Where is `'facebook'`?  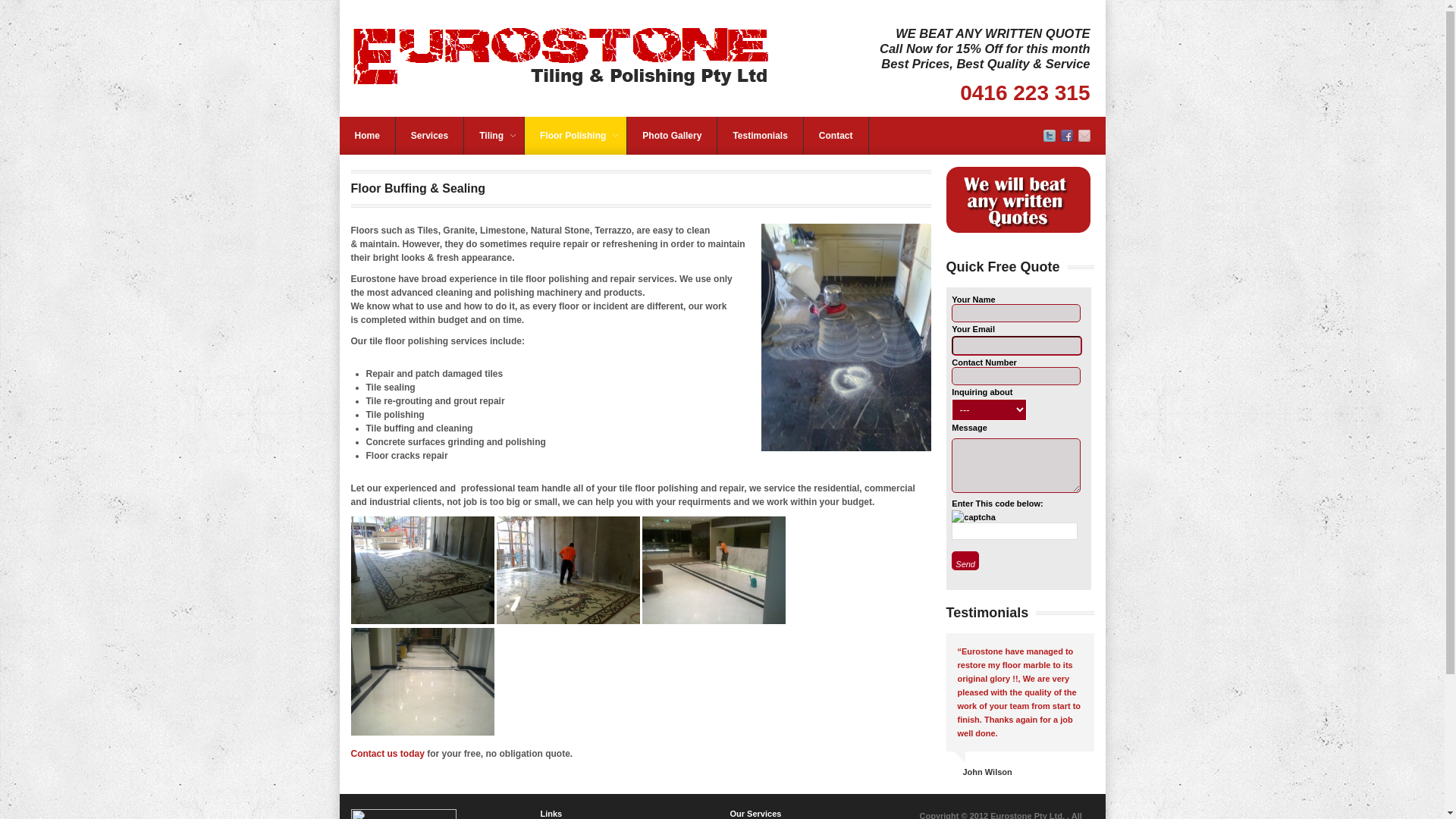 'facebook' is located at coordinates (1065, 138).